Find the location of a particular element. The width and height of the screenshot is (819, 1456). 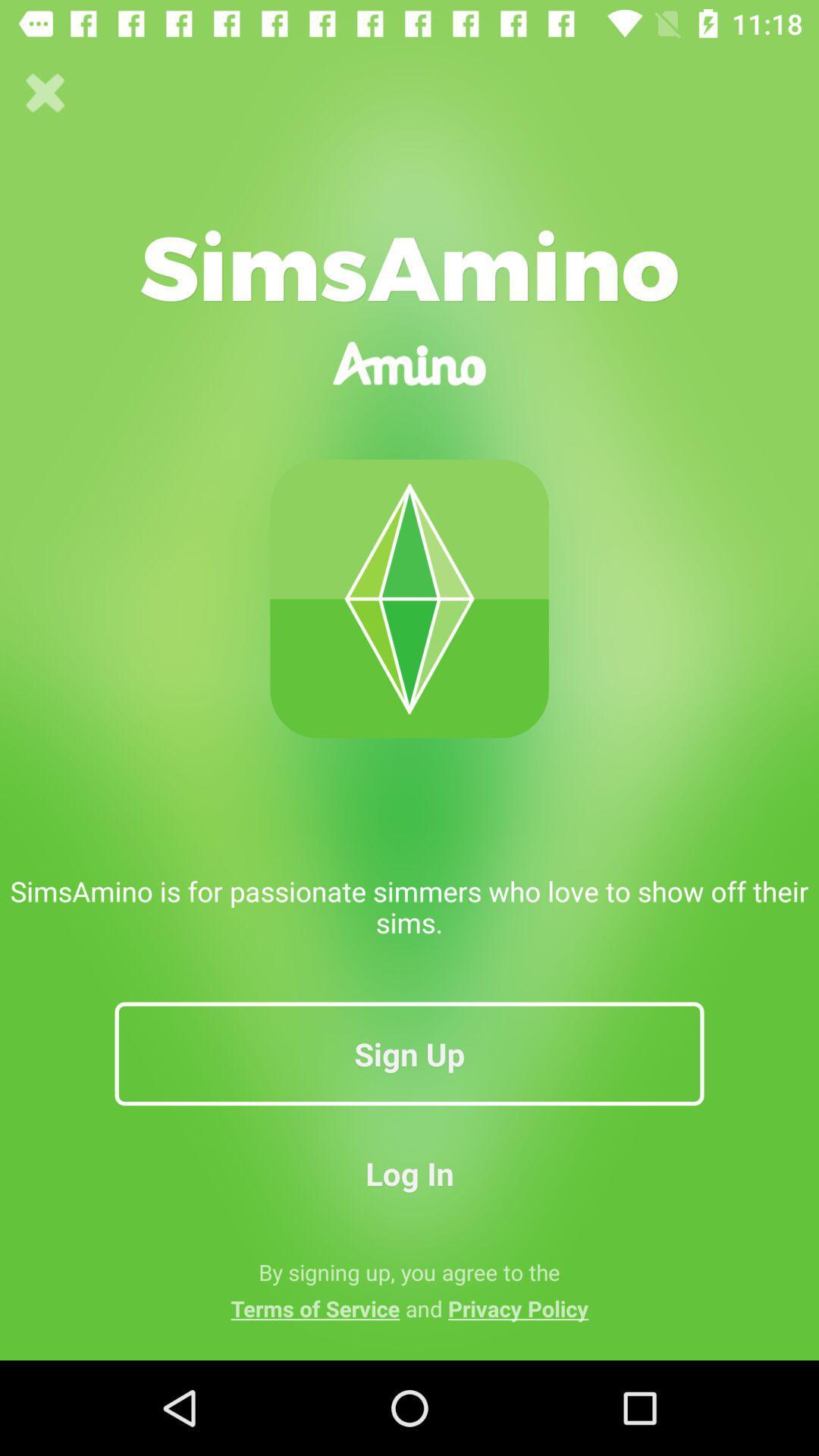

the icon below the simsamino is for app is located at coordinates (409, 1053).